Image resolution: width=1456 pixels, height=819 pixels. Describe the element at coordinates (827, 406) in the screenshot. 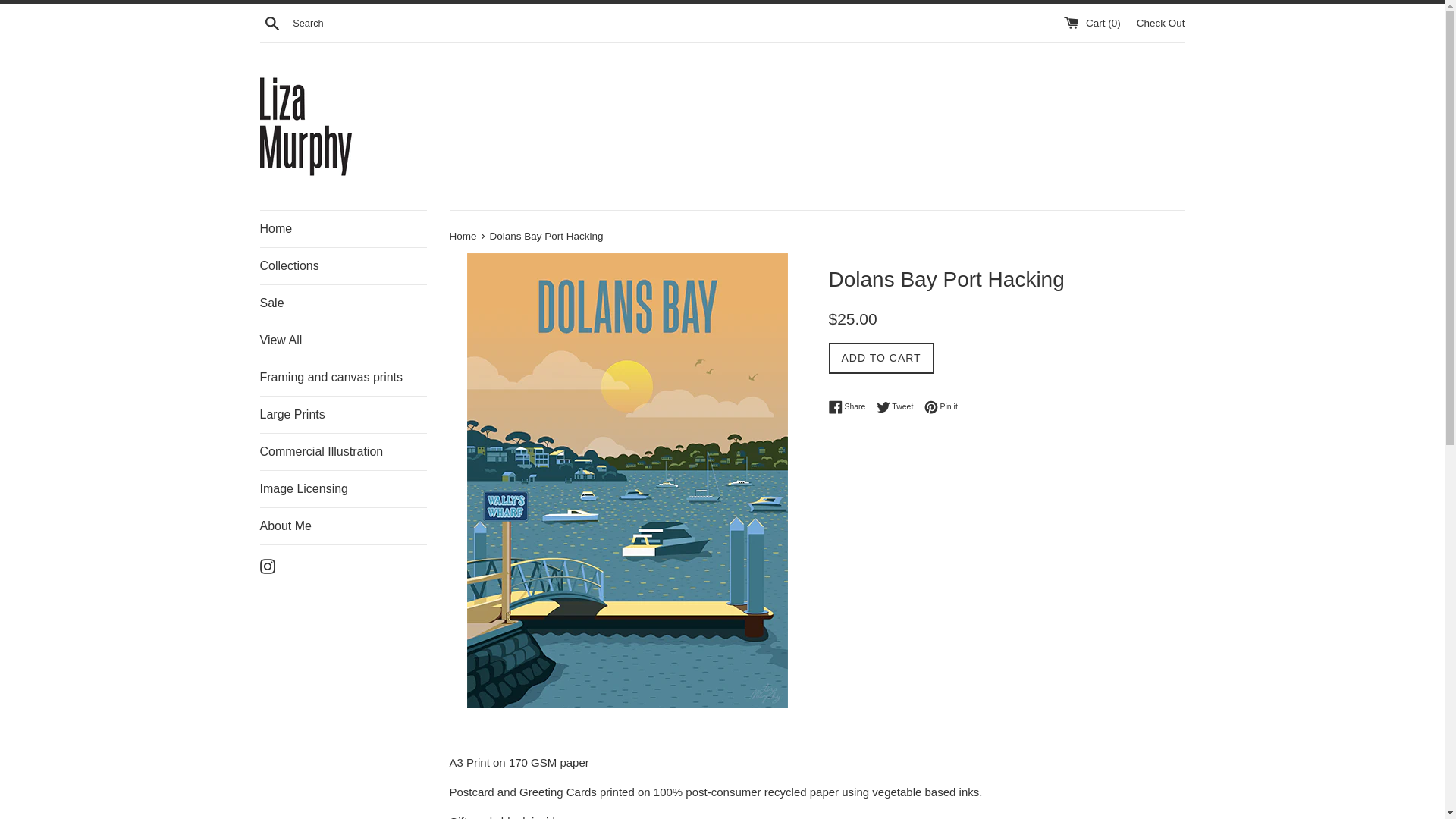

I see `'Share` at that location.